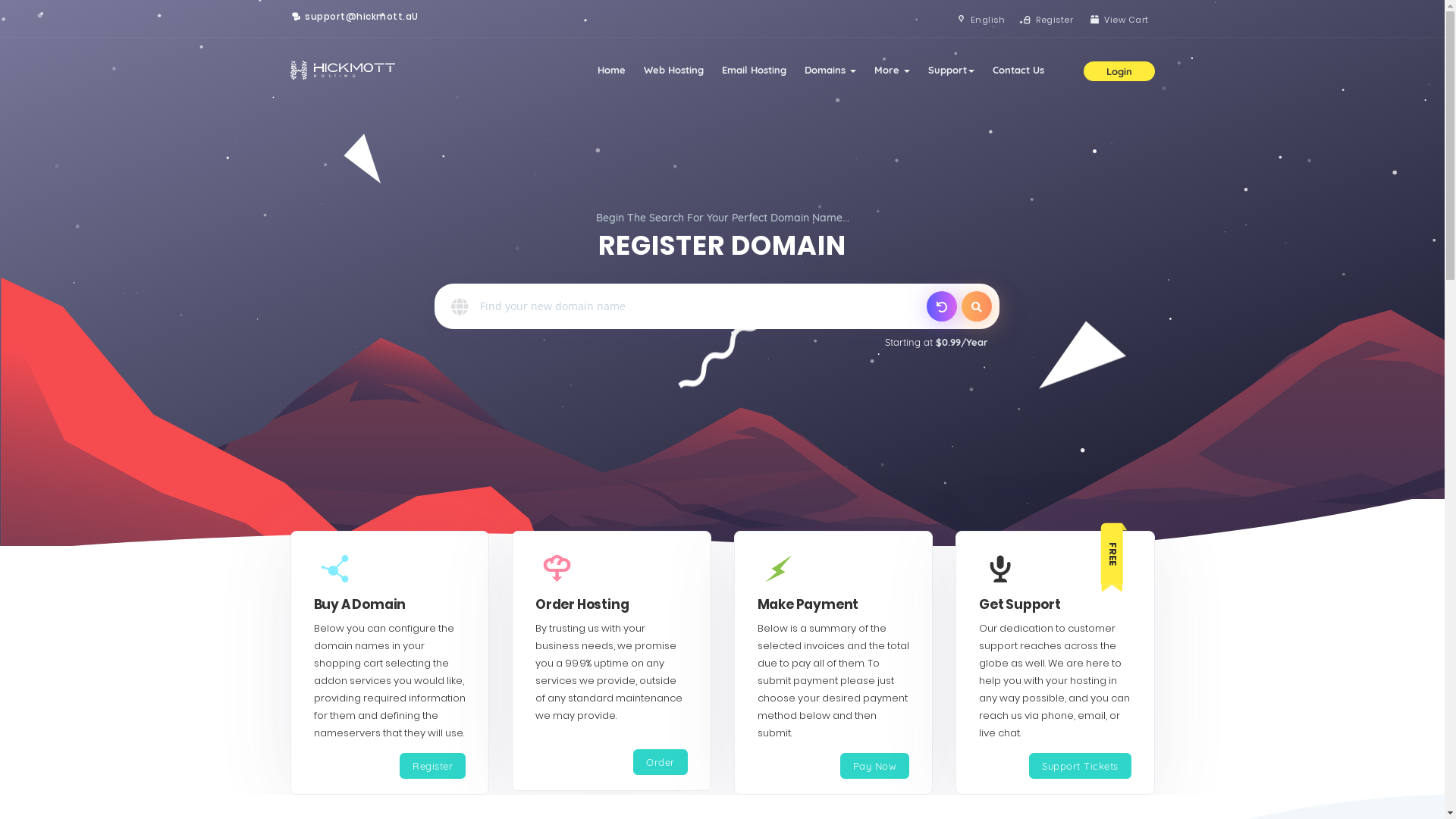  I want to click on 'Domains', so click(829, 70).